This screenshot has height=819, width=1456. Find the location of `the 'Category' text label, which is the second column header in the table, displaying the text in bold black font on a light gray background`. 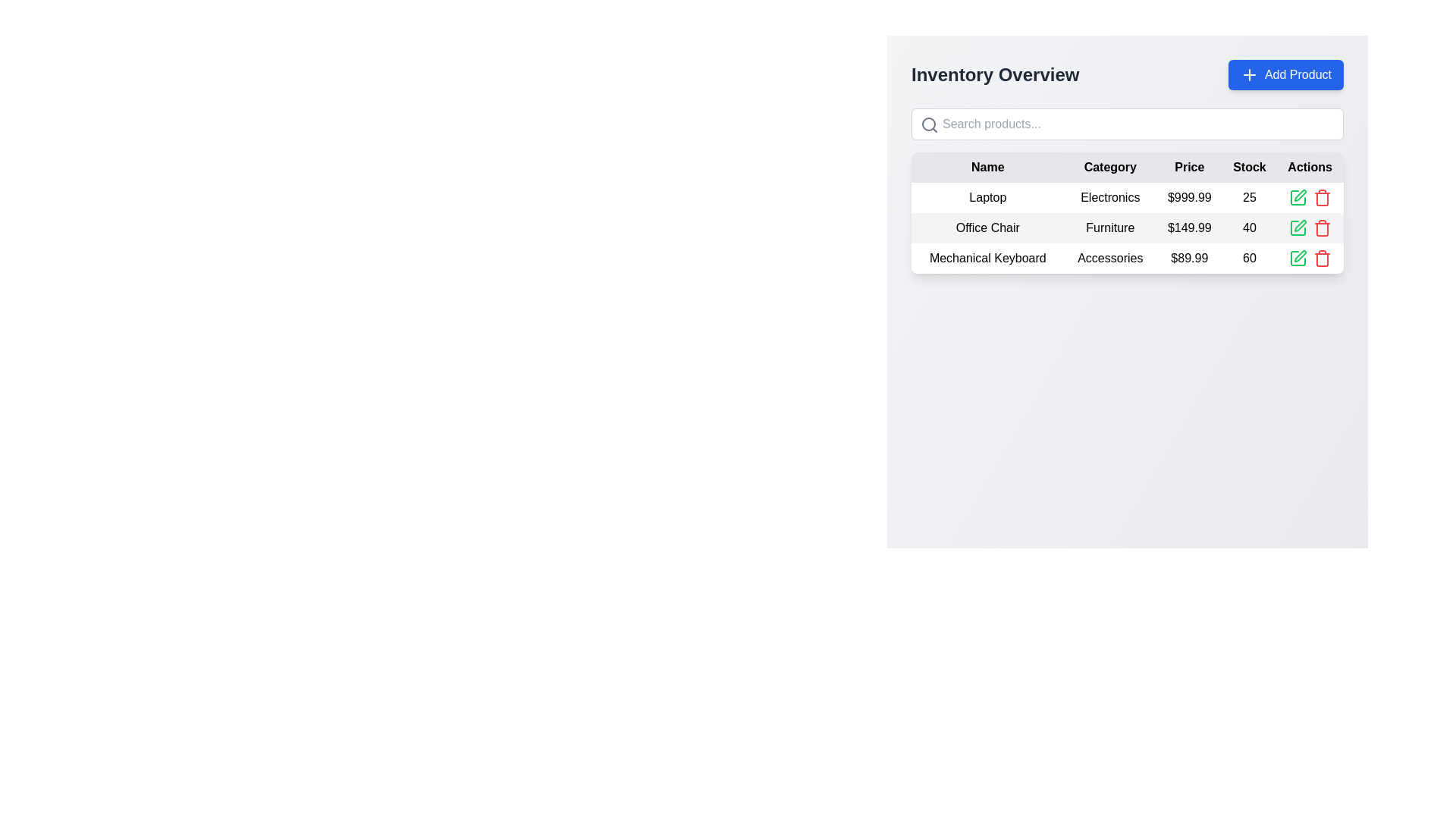

the 'Category' text label, which is the second column header in the table, displaying the text in bold black font on a light gray background is located at coordinates (1110, 167).